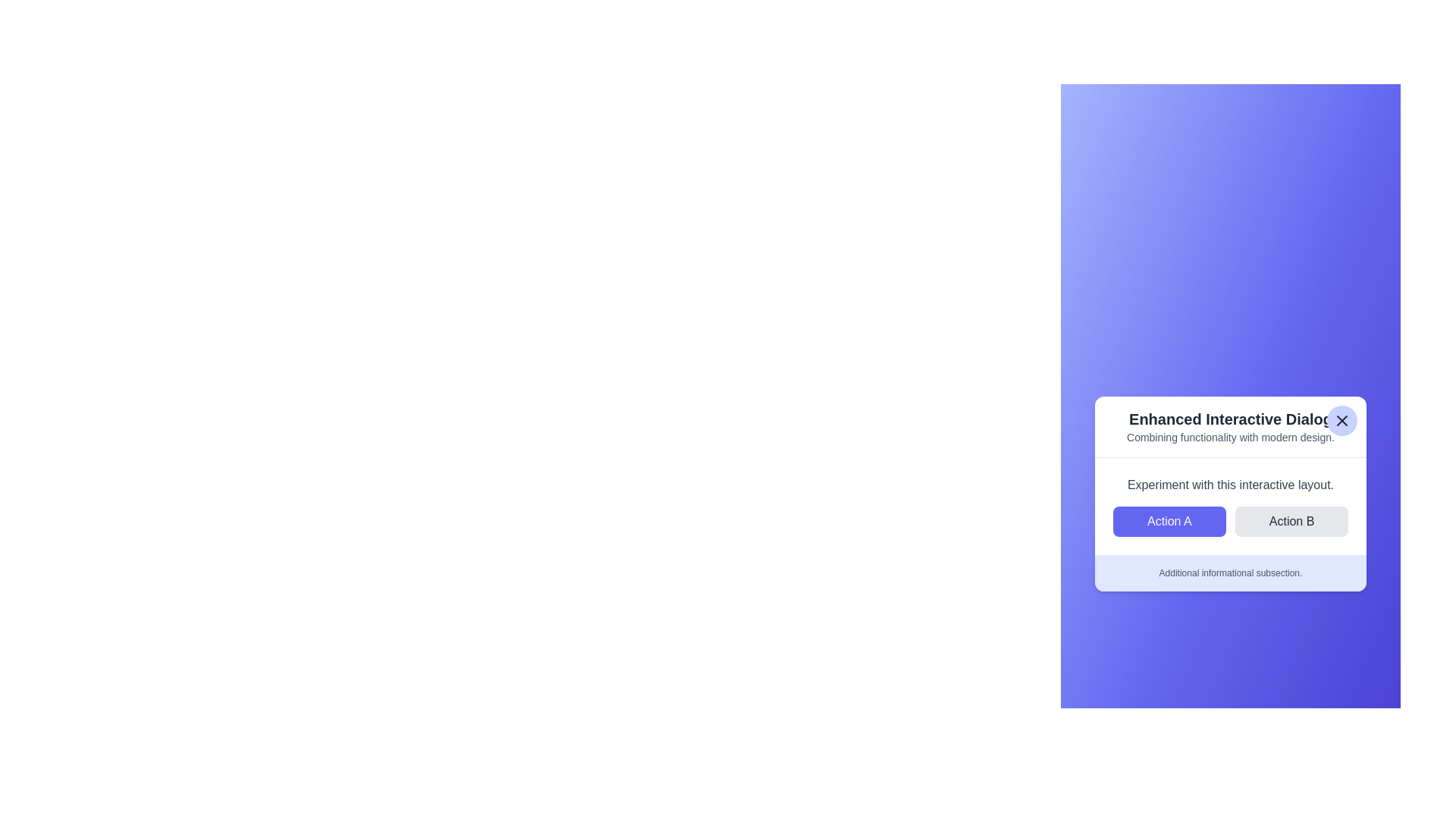 The height and width of the screenshot is (819, 1456). Describe the element at coordinates (1230, 485) in the screenshot. I see `the static text displaying 'Experiment with this interactive layout.' which is located in the middle section of the dialog box` at that location.